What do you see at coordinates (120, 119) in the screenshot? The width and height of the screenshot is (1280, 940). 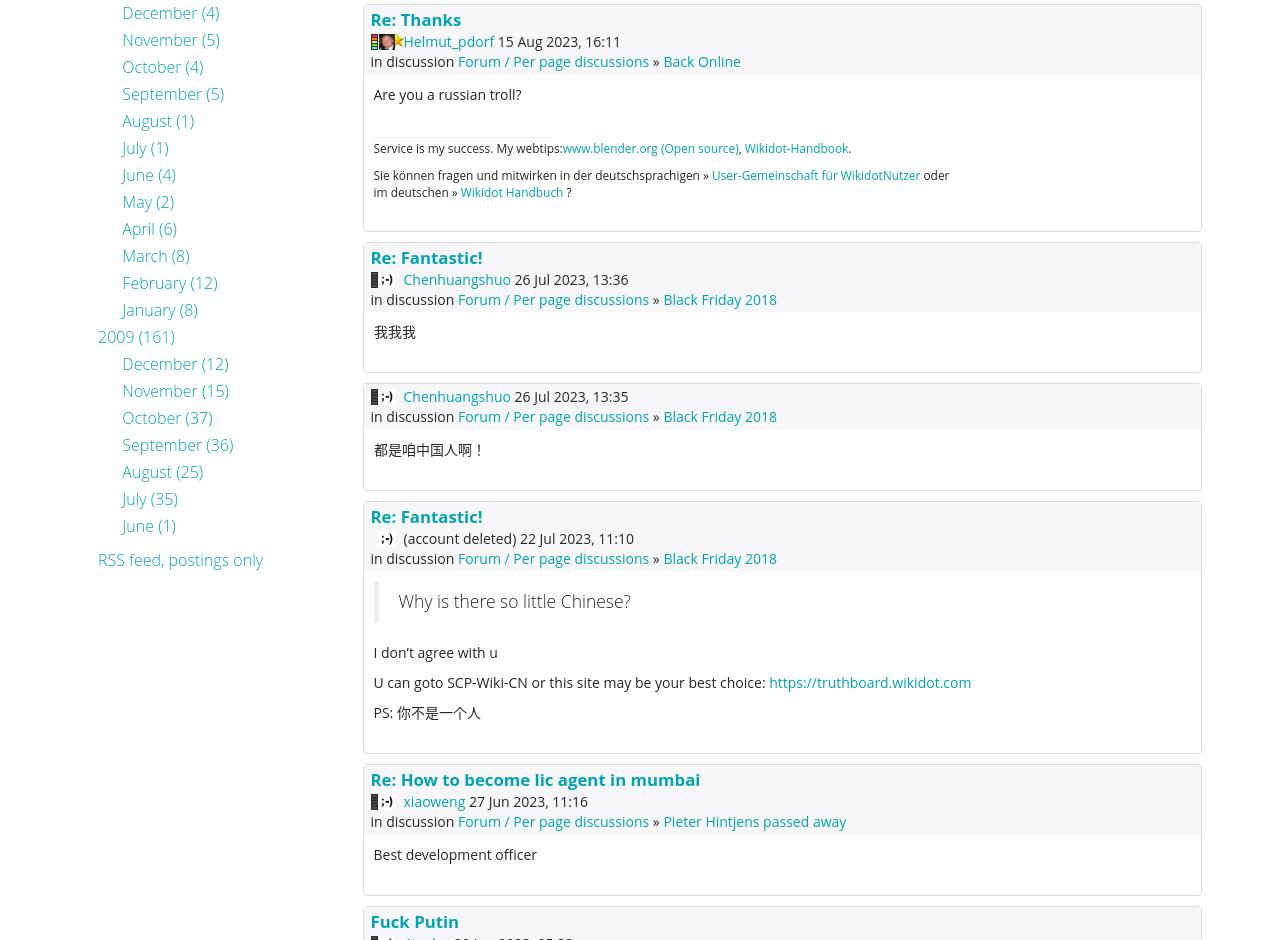 I see `'August (1)'` at bounding box center [120, 119].